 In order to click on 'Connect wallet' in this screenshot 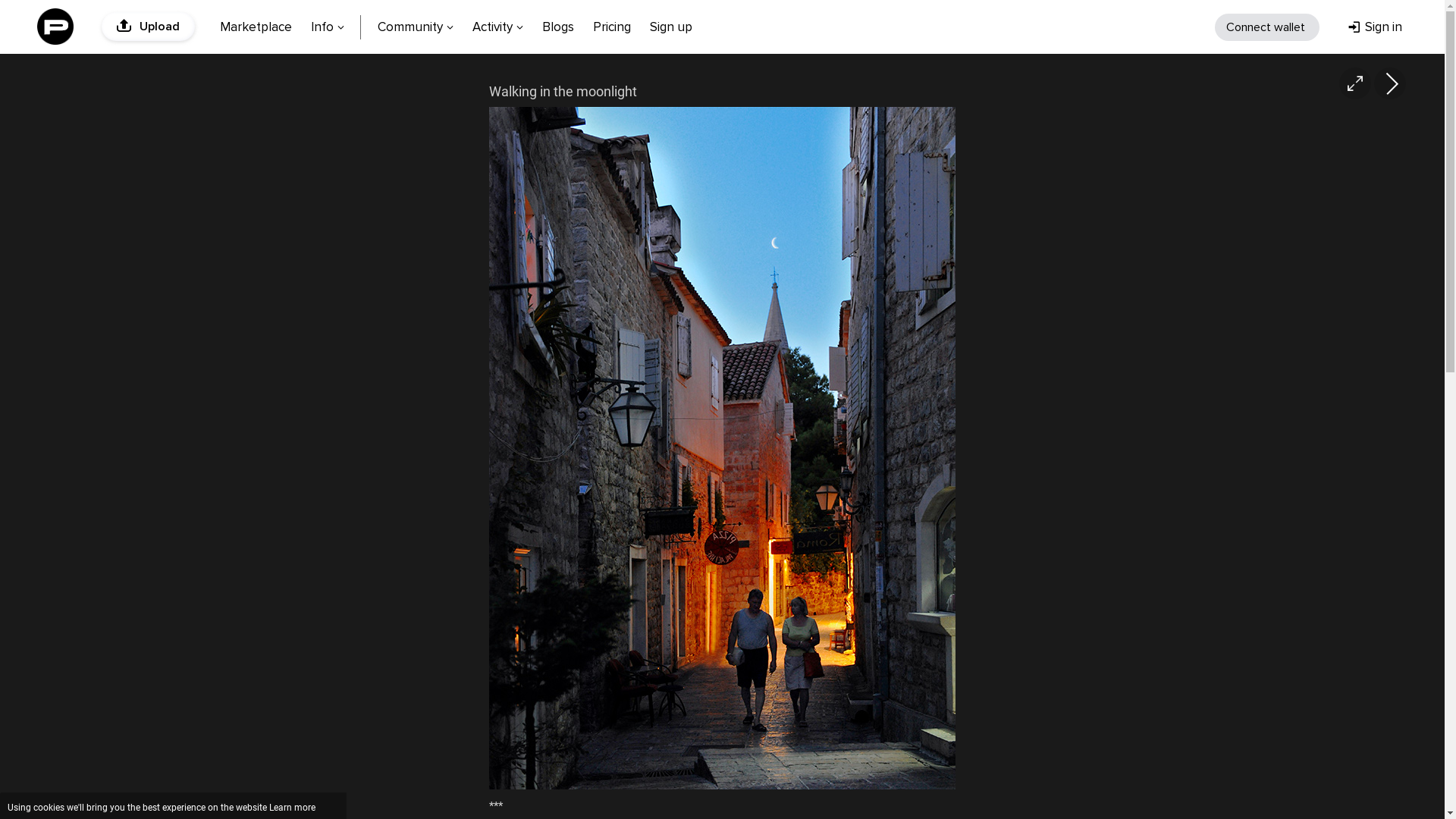, I will do `click(1266, 27)`.